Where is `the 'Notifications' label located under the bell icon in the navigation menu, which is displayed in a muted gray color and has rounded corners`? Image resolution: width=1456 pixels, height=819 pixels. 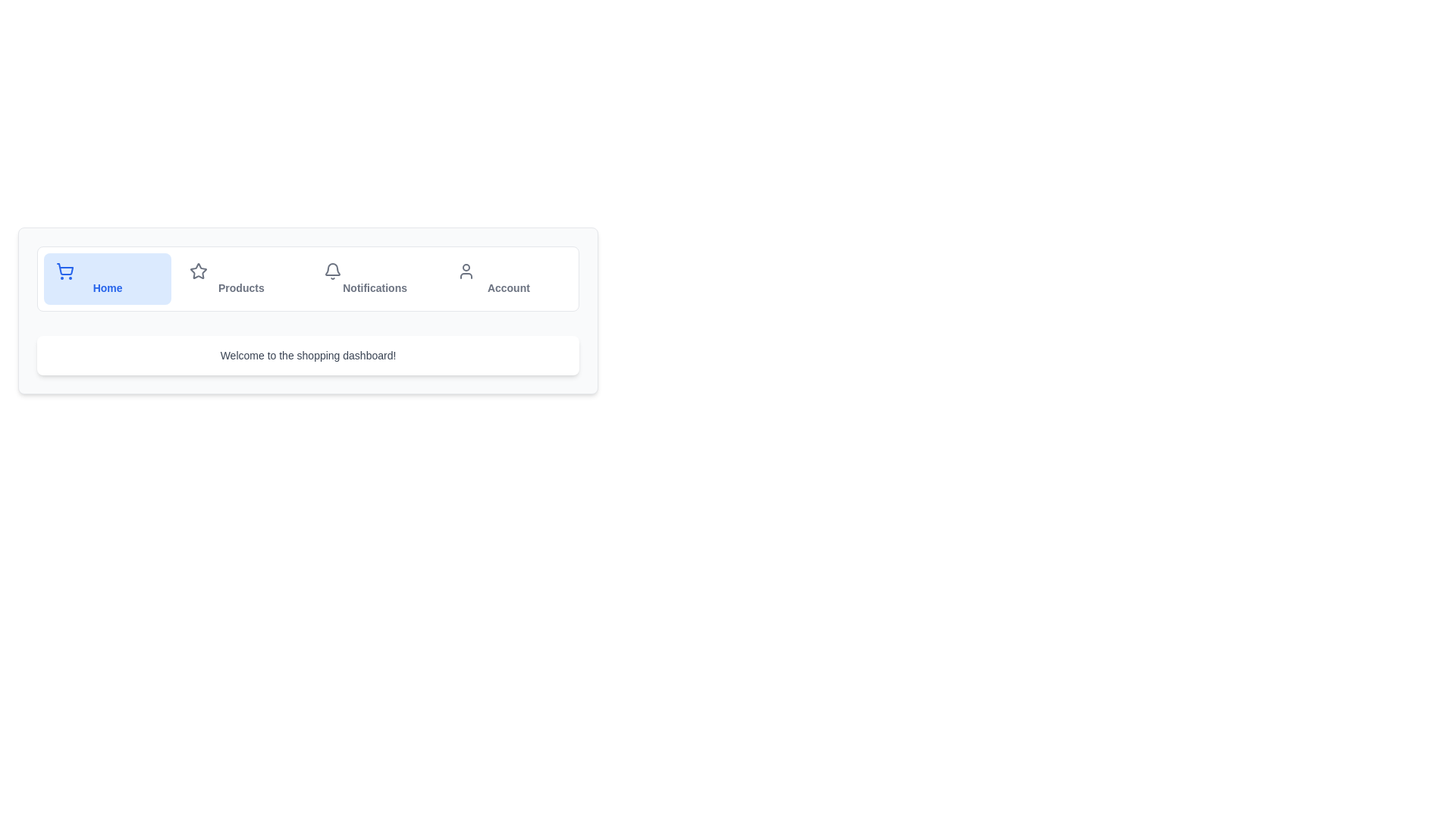 the 'Notifications' label located under the bell icon in the navigation menu, which is displayed in a muted gray color and has rounded corners is located at coordinates (375, 288).